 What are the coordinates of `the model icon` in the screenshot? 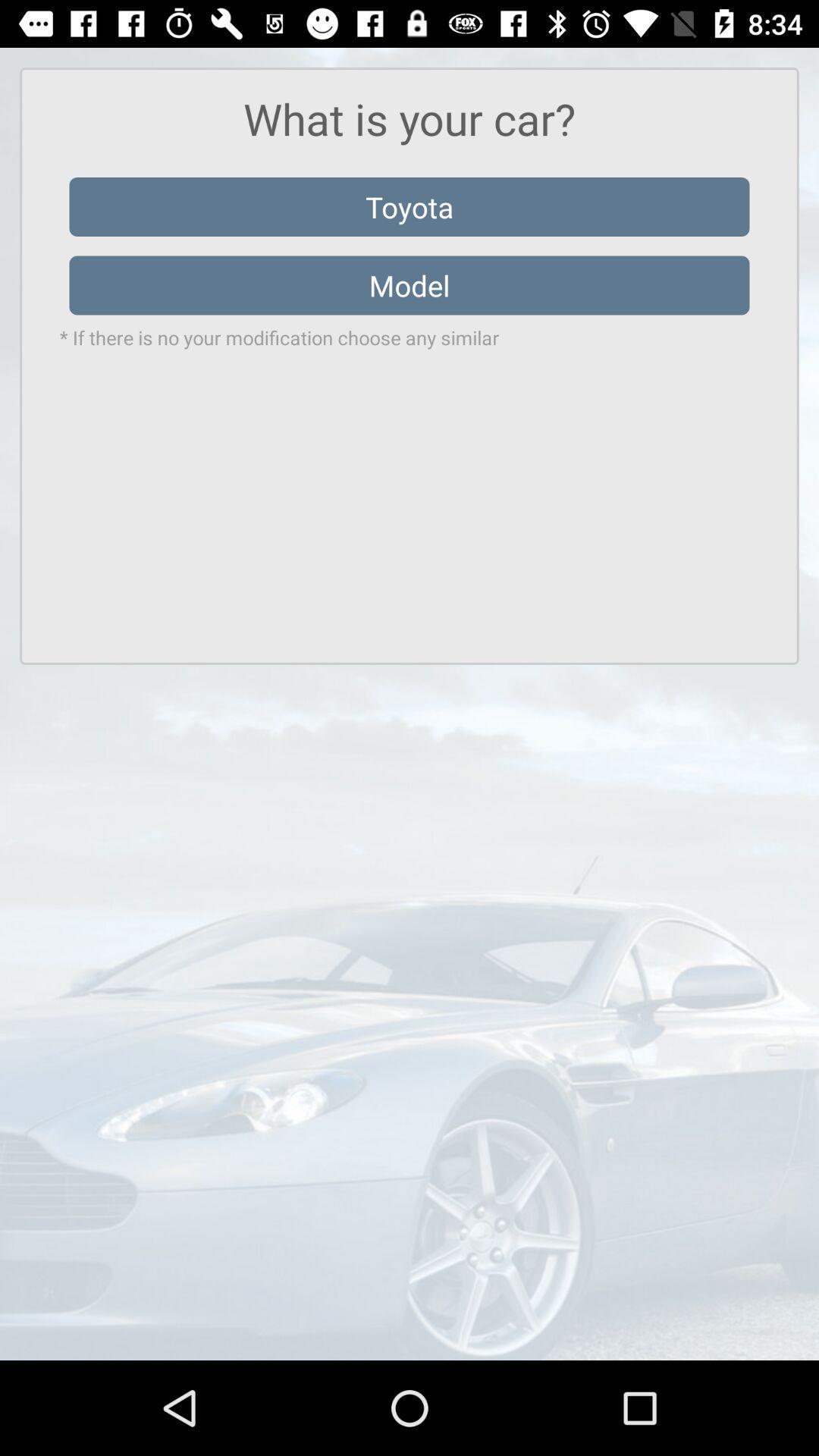 It's located at (409, 285).